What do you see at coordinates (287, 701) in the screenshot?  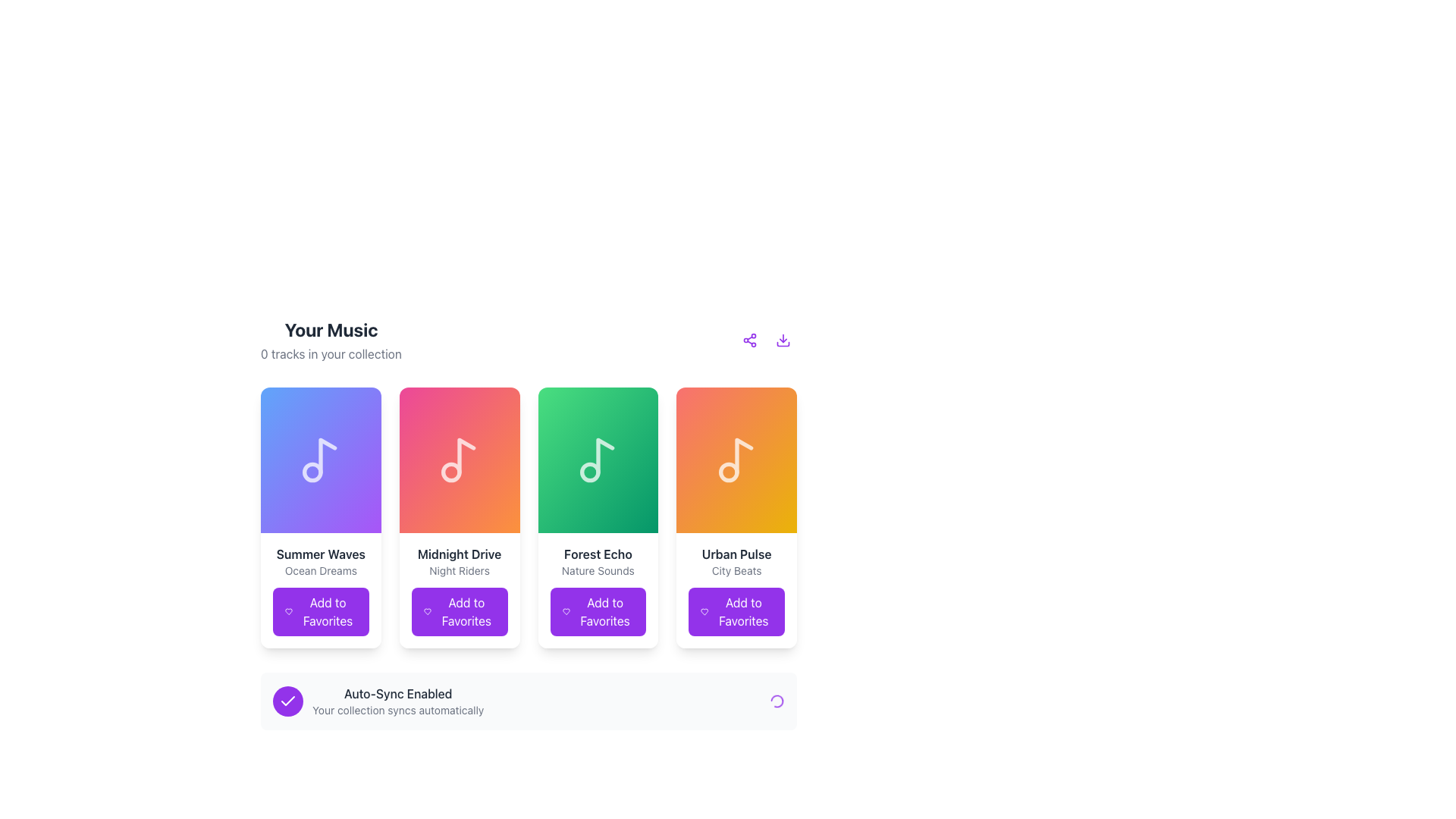 I see `the status indicated by the purple circular icon that represents the active status of the automated synchronization feature, located to the immediate left of the text 'Auto-Sync Enabled'` at bounding box center [287, 701].